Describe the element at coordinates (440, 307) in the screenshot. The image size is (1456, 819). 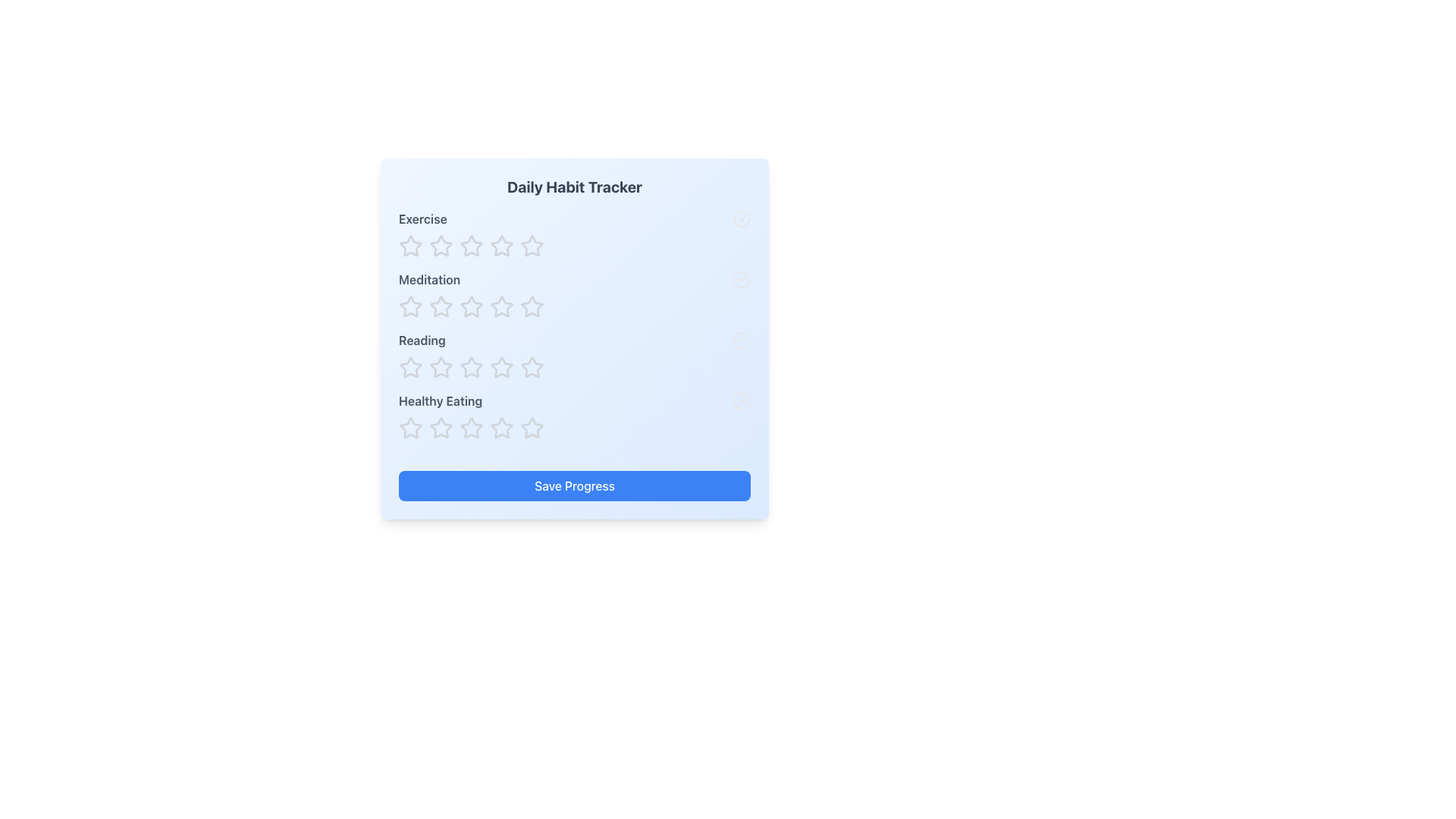
I see `the star icon in the second row labeled 'Meditation'` at that location.